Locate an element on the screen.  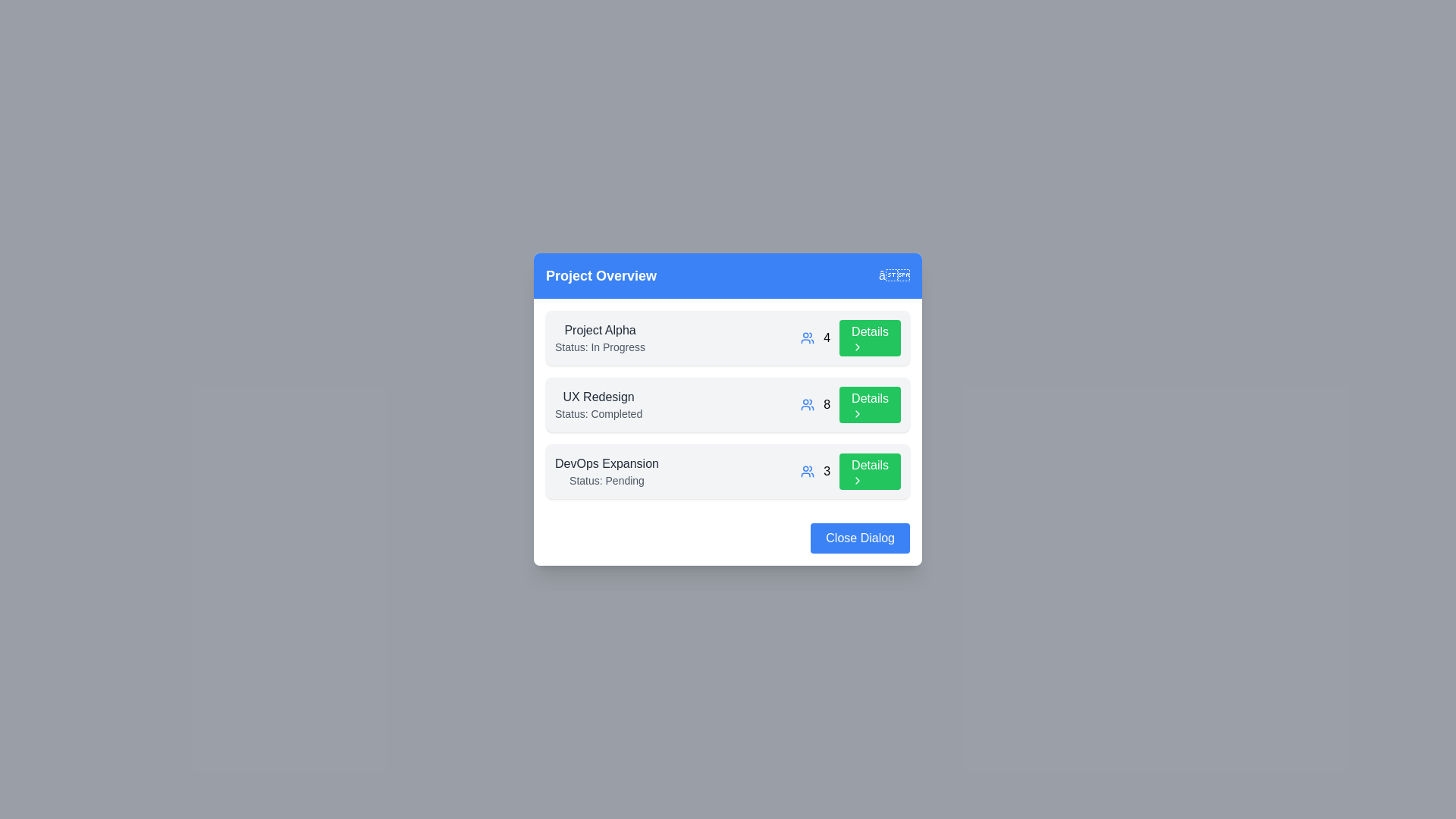
the project item corresponding to Project Alpha is located at coordinates (728, 337).